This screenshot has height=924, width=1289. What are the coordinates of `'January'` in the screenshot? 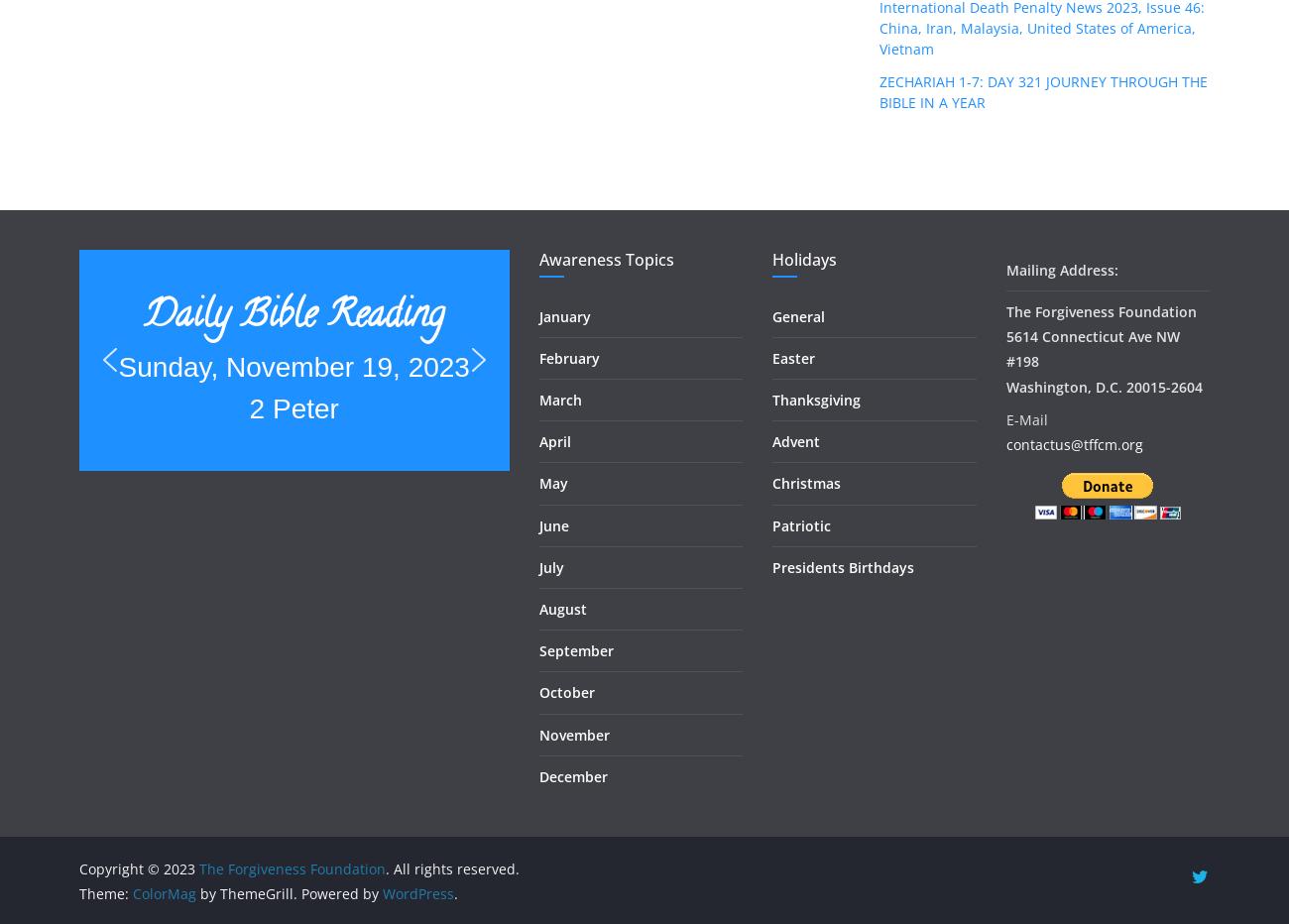 It's located at (563, 315).